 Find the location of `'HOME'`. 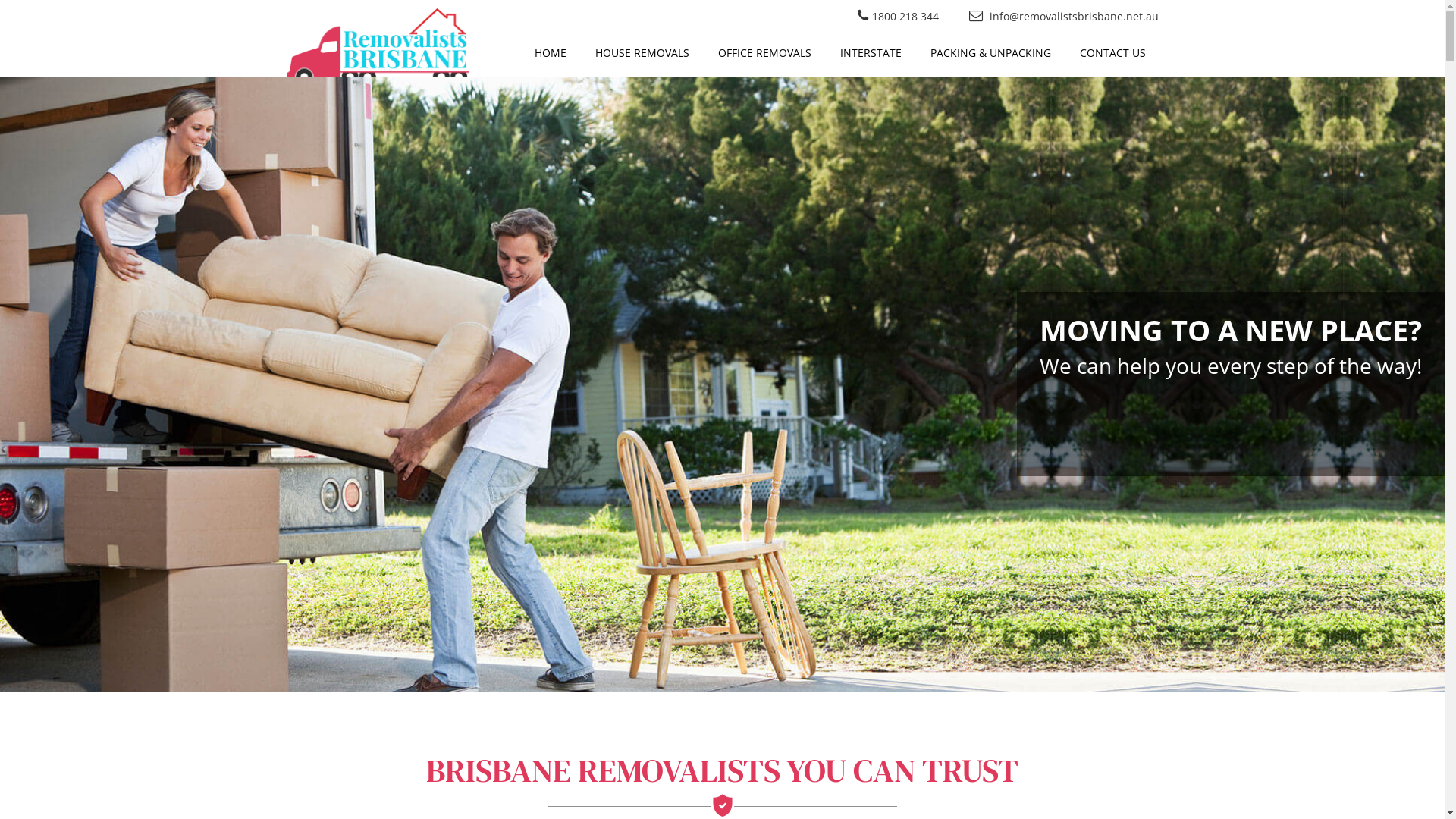

'HOME' is located at coordinates (521, 53).